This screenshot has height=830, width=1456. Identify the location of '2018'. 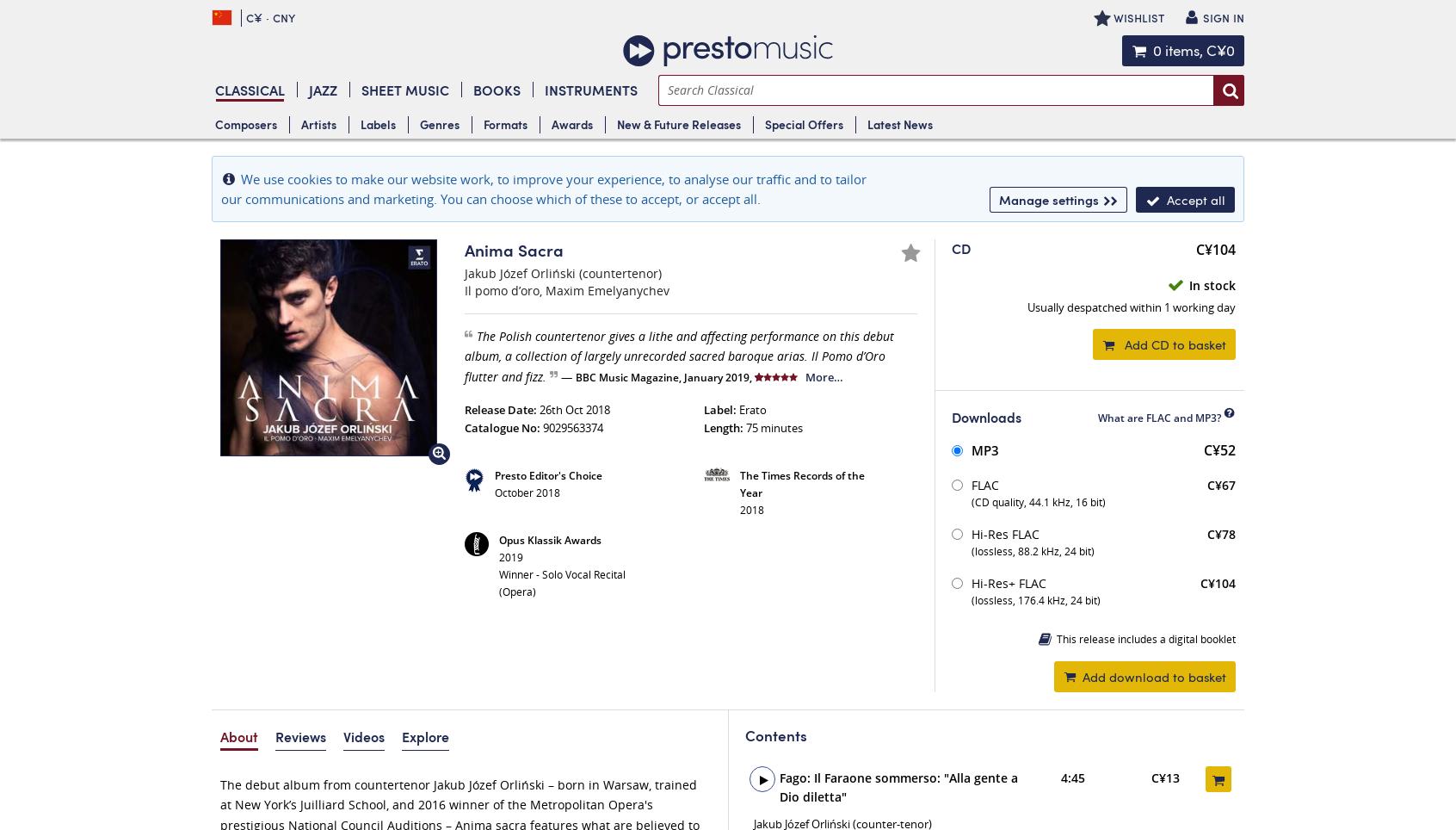
(750, 509).